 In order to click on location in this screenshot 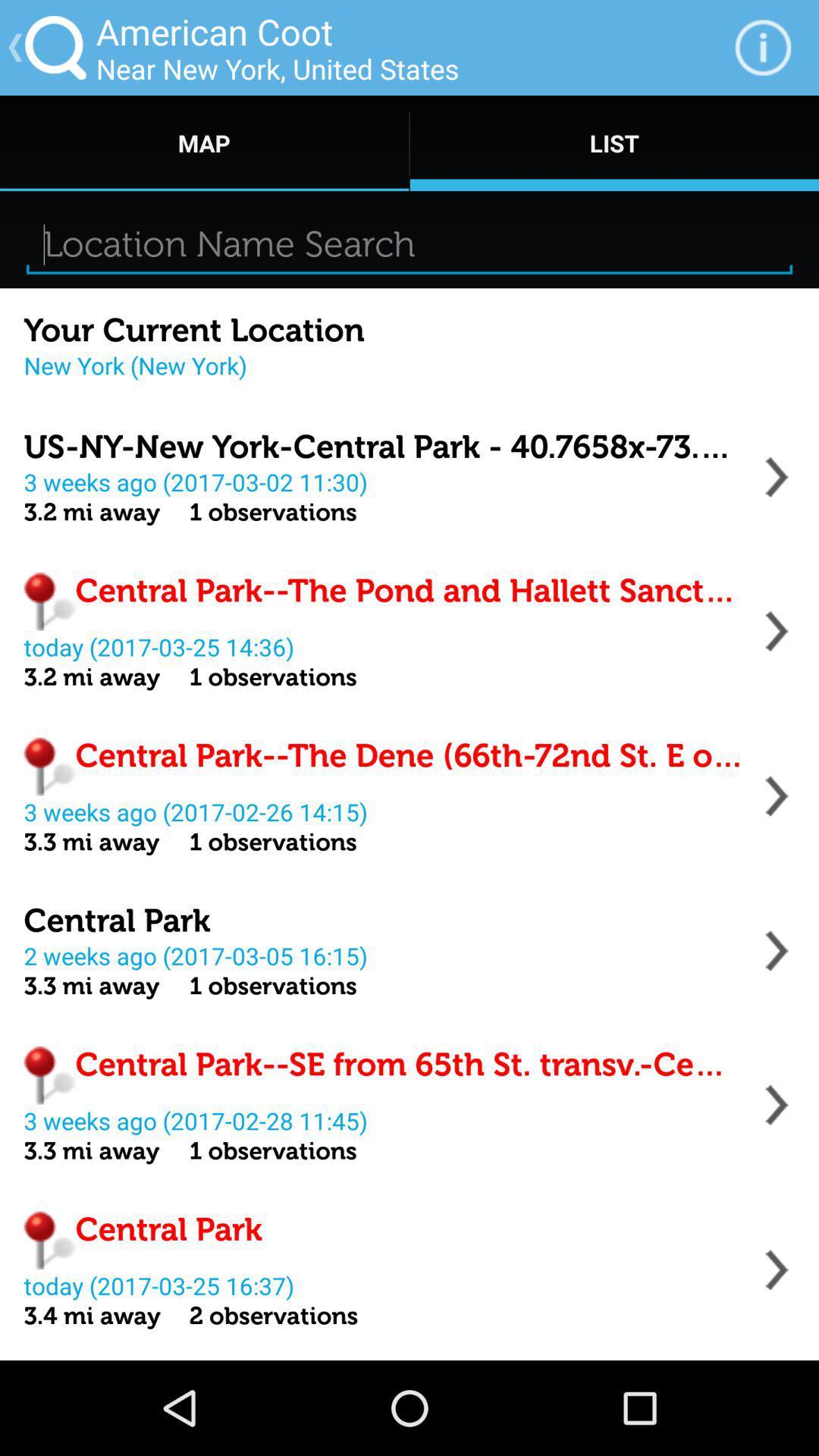, I will do `click(777, 476)`.